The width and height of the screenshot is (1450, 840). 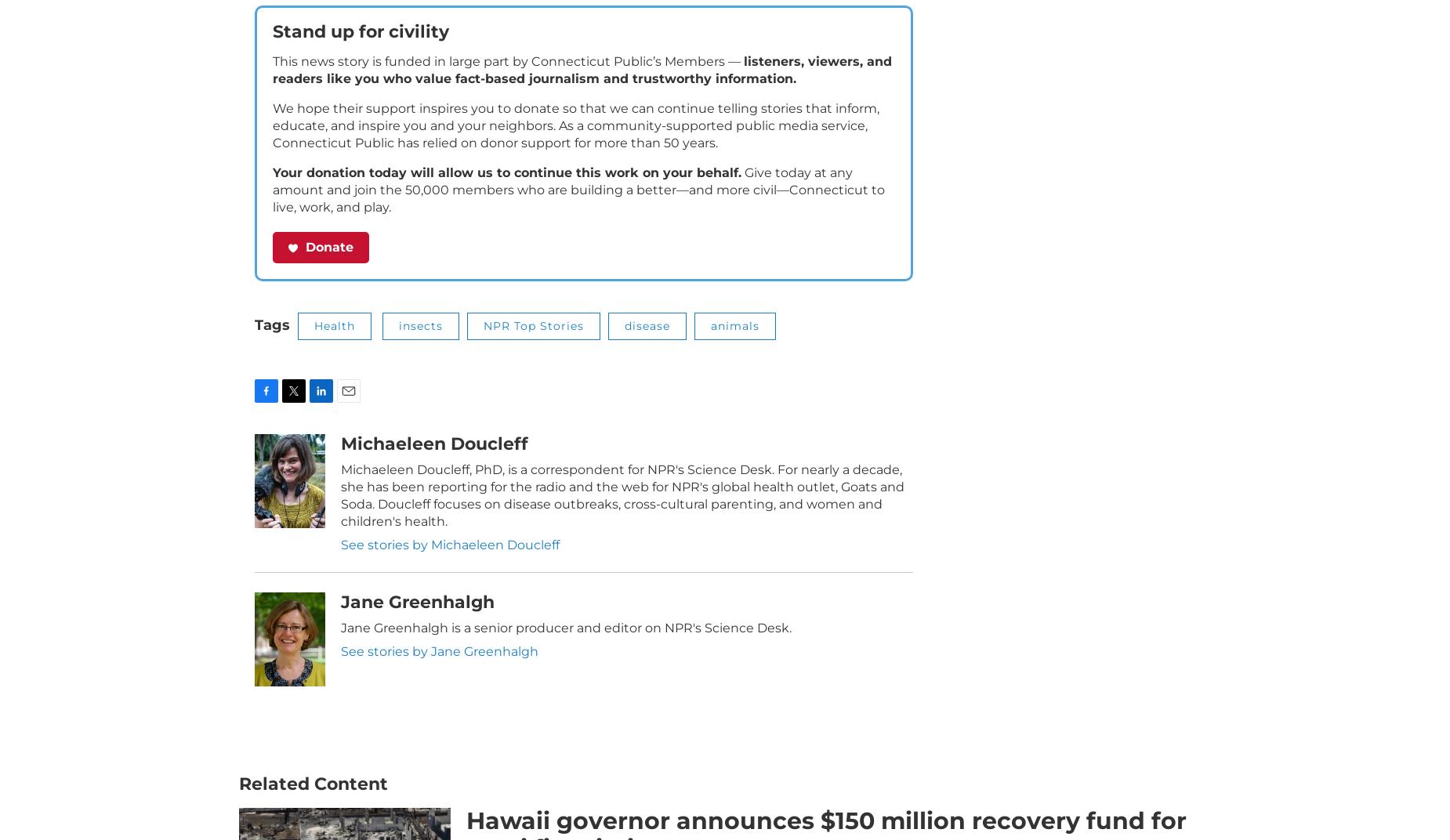 What do you see at coordinates (417, 625) in the screenshot?
I see `'Jane Greenhalgh'` at bounding box center [417, 625].